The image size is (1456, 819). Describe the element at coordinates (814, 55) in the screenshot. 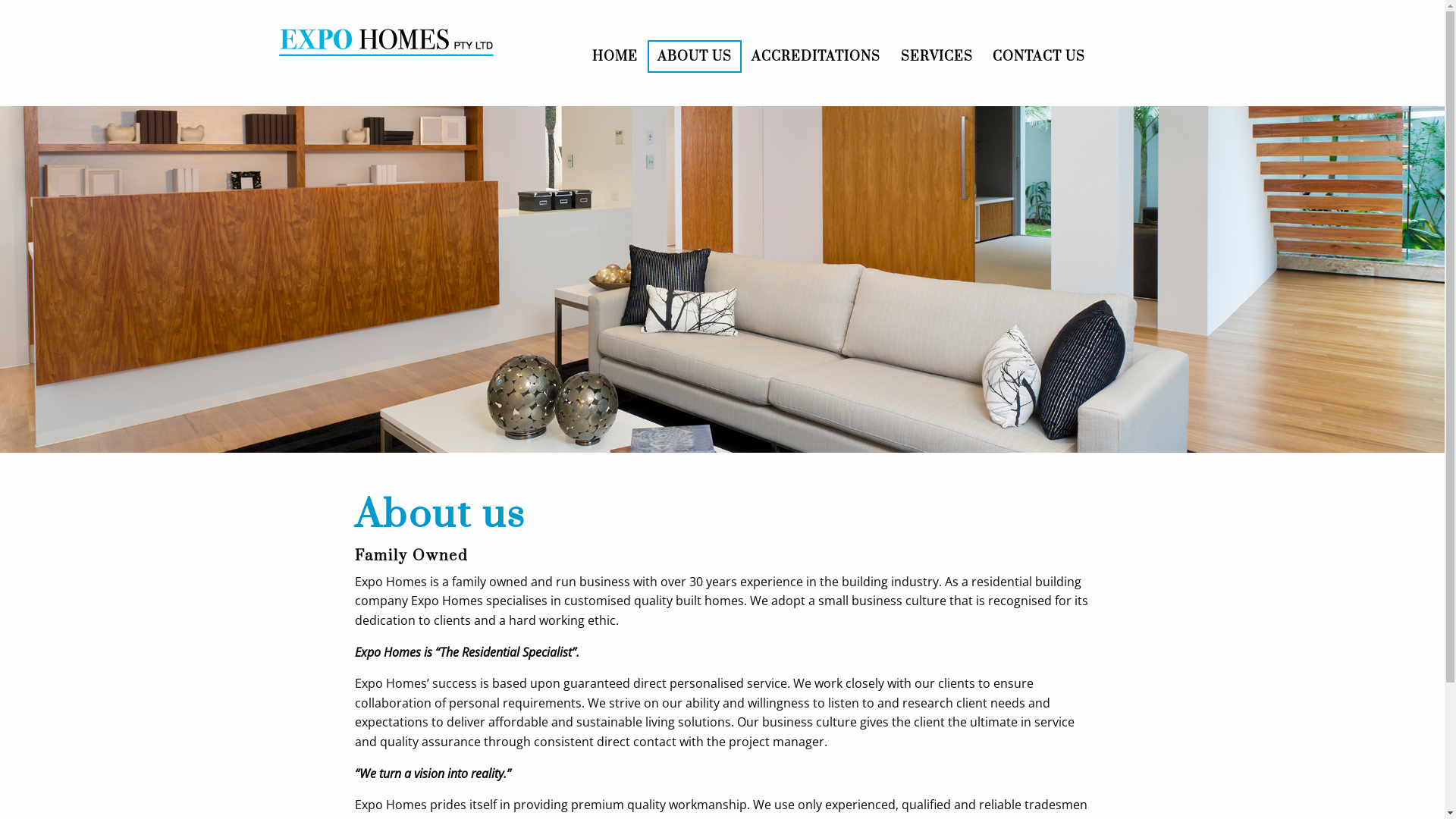

I see `'ACCREDITATIONS'` at that location.